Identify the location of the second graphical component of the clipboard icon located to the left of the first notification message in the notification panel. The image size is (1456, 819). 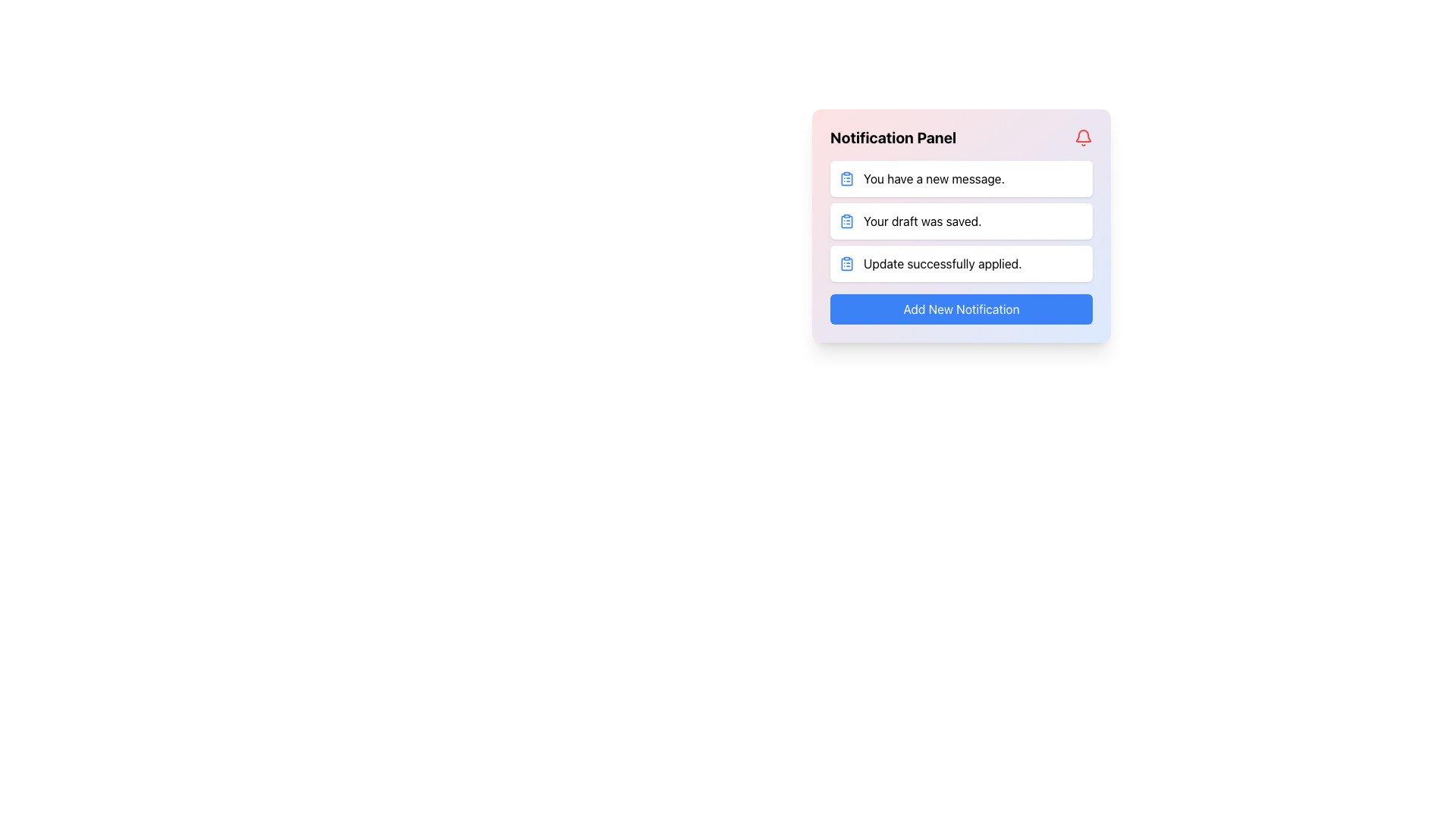
(846, 221).